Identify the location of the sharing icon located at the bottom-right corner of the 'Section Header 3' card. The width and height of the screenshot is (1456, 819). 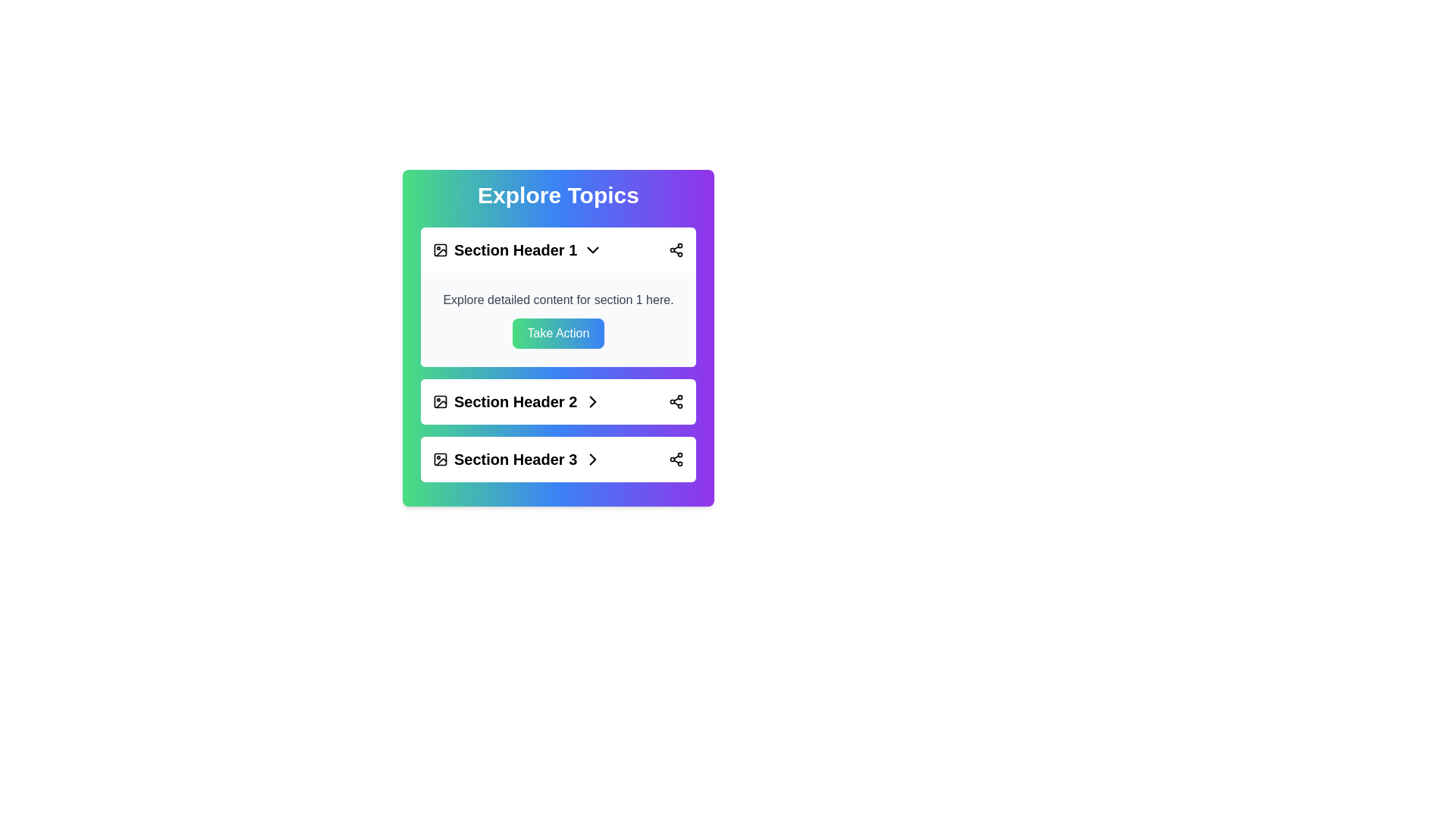
(676, 458).